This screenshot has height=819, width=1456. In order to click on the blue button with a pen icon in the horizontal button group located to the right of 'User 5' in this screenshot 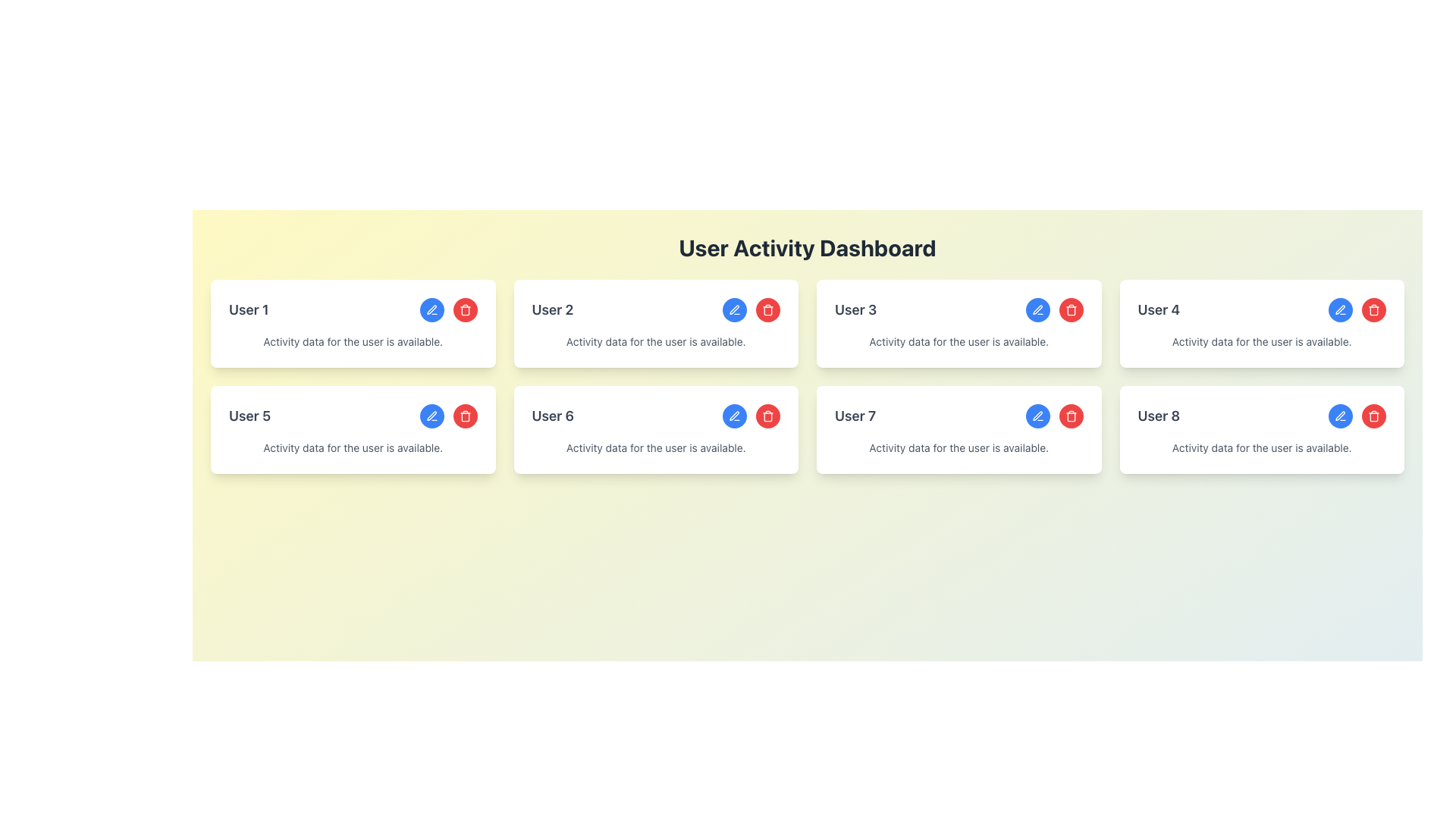, I will do `click(447, 416)`.